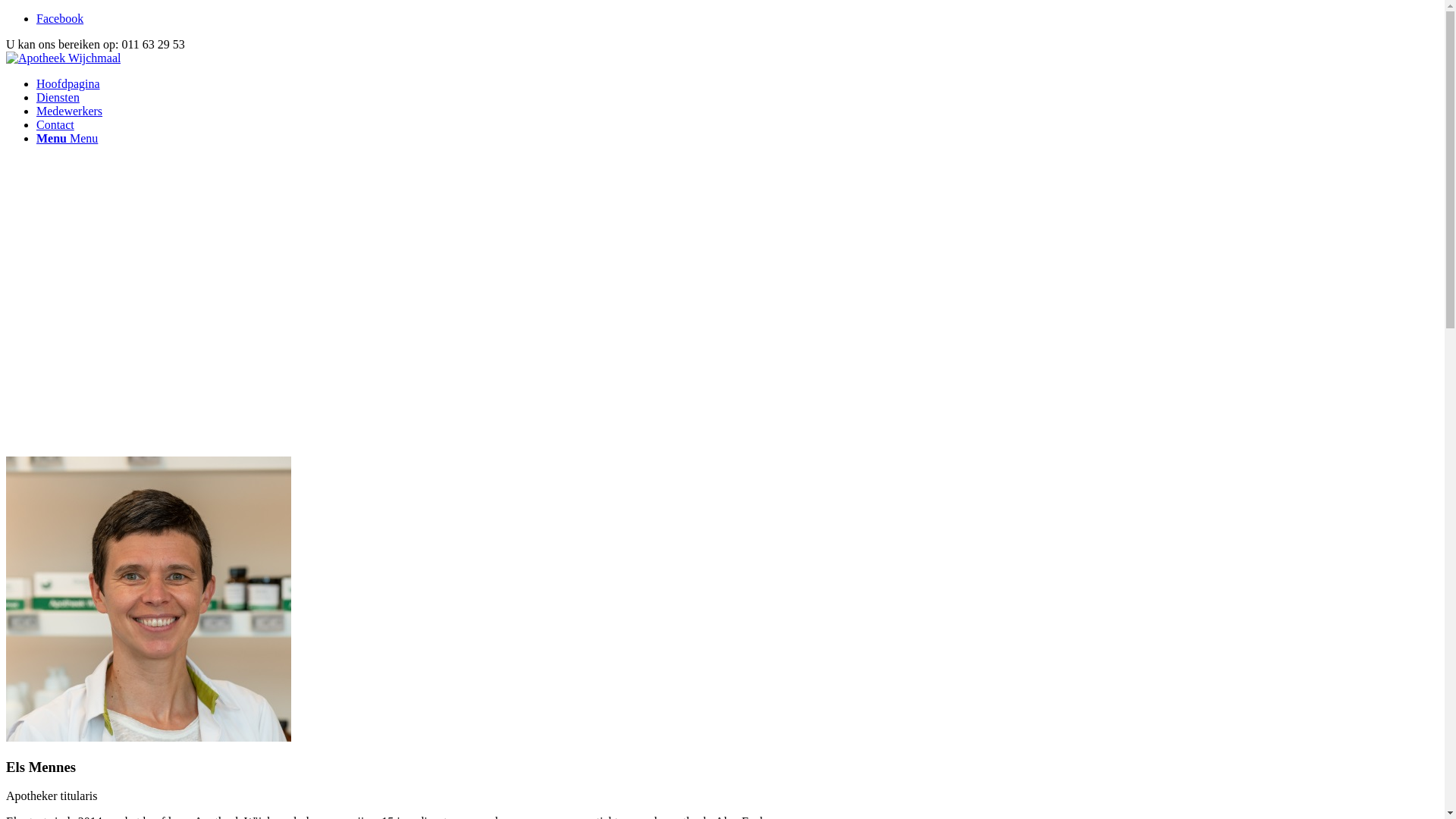  What do you see at coordinates (36, 138) in the screenshot?
I see `'Menu Menu'` at bounding box center [36, 138].